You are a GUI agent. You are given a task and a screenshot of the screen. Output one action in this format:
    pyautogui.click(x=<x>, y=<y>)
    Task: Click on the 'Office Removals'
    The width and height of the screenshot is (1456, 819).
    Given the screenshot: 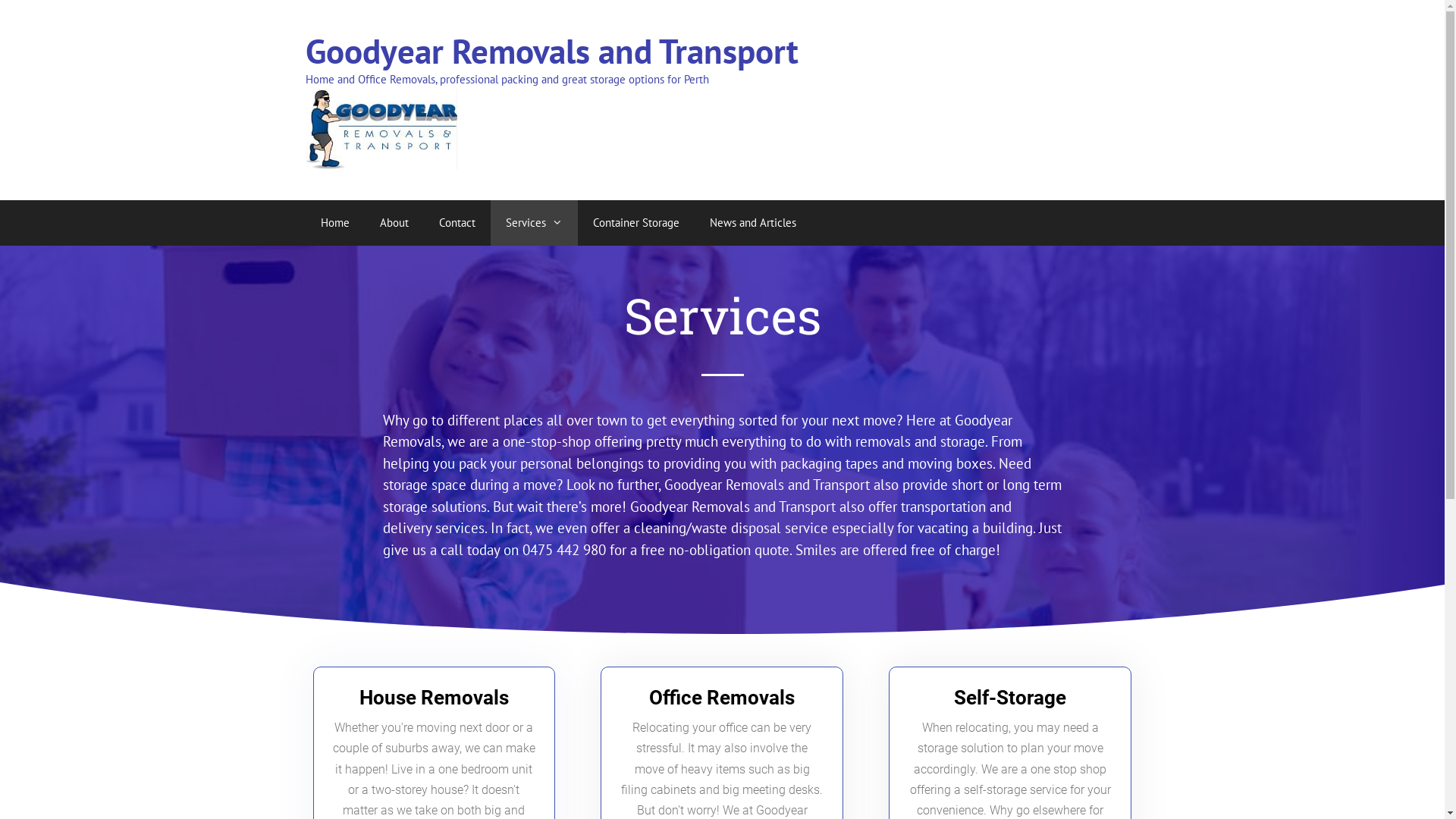 What is the action you would take?
    pyautogui.click(x=720, y=698)
    